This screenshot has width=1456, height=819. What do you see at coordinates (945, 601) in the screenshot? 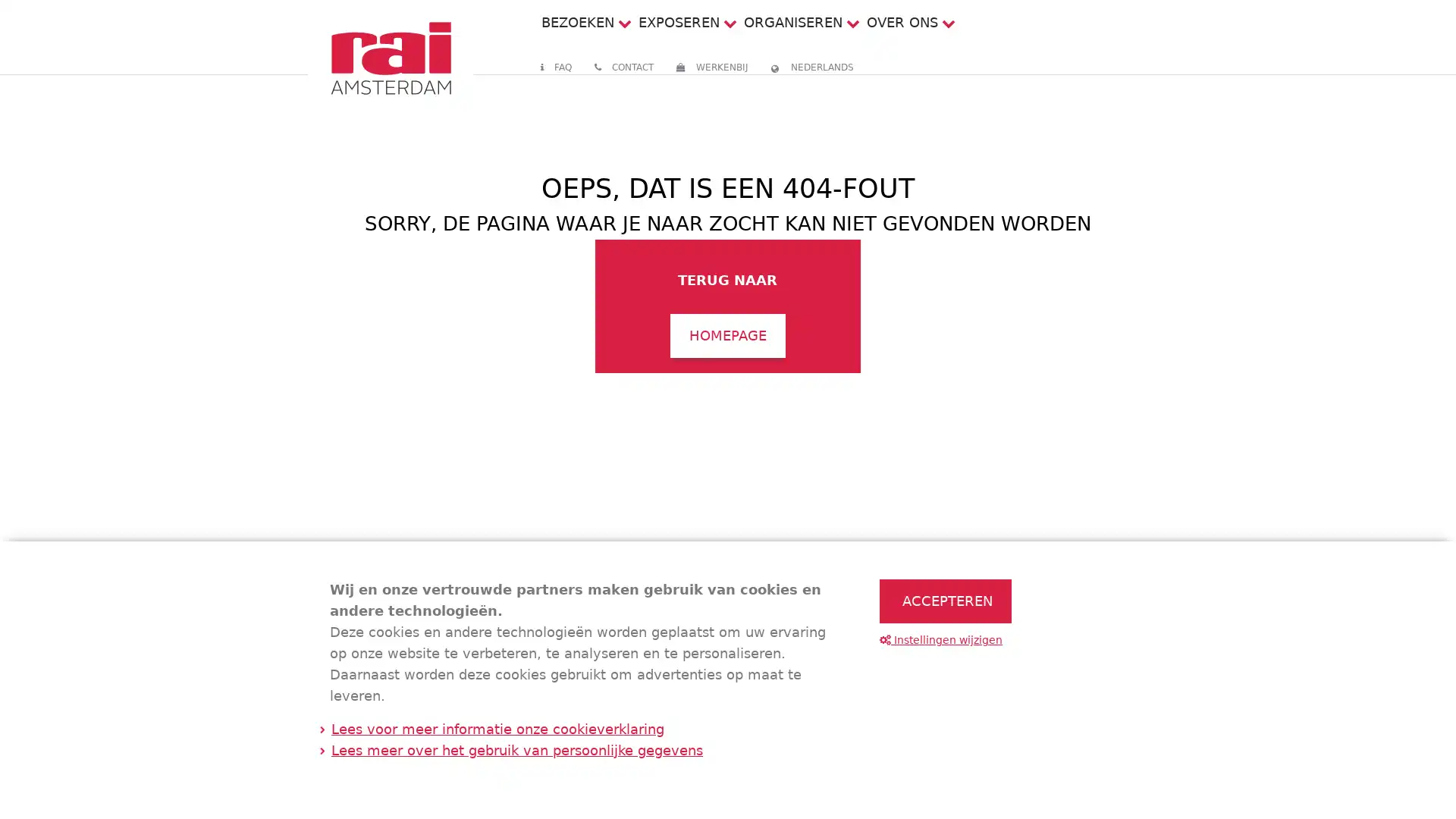
I see `ACCEPTEREN` at bounding box center [945, 601].